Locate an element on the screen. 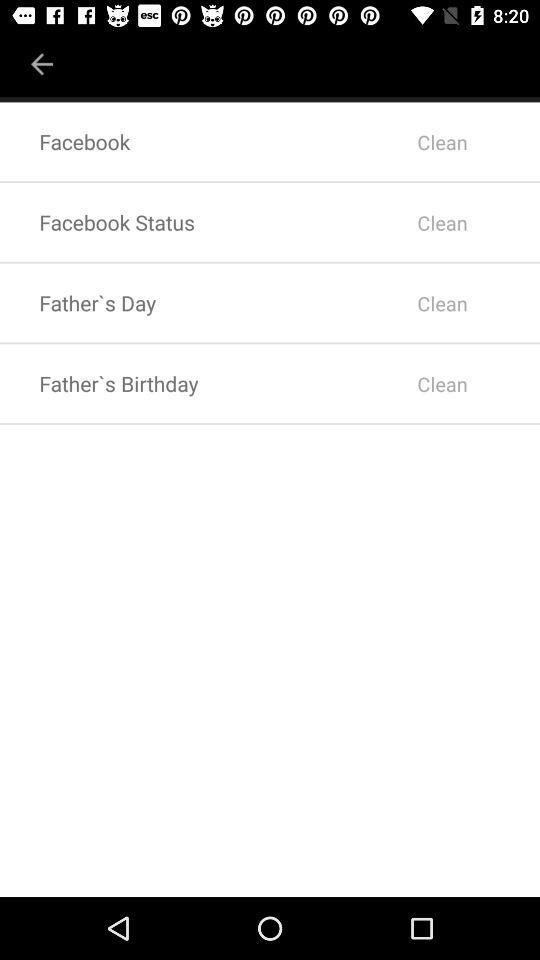 The height and width of the screenshot is (960, 540). the arrow_backward icon is located at coordinates (42, 56).